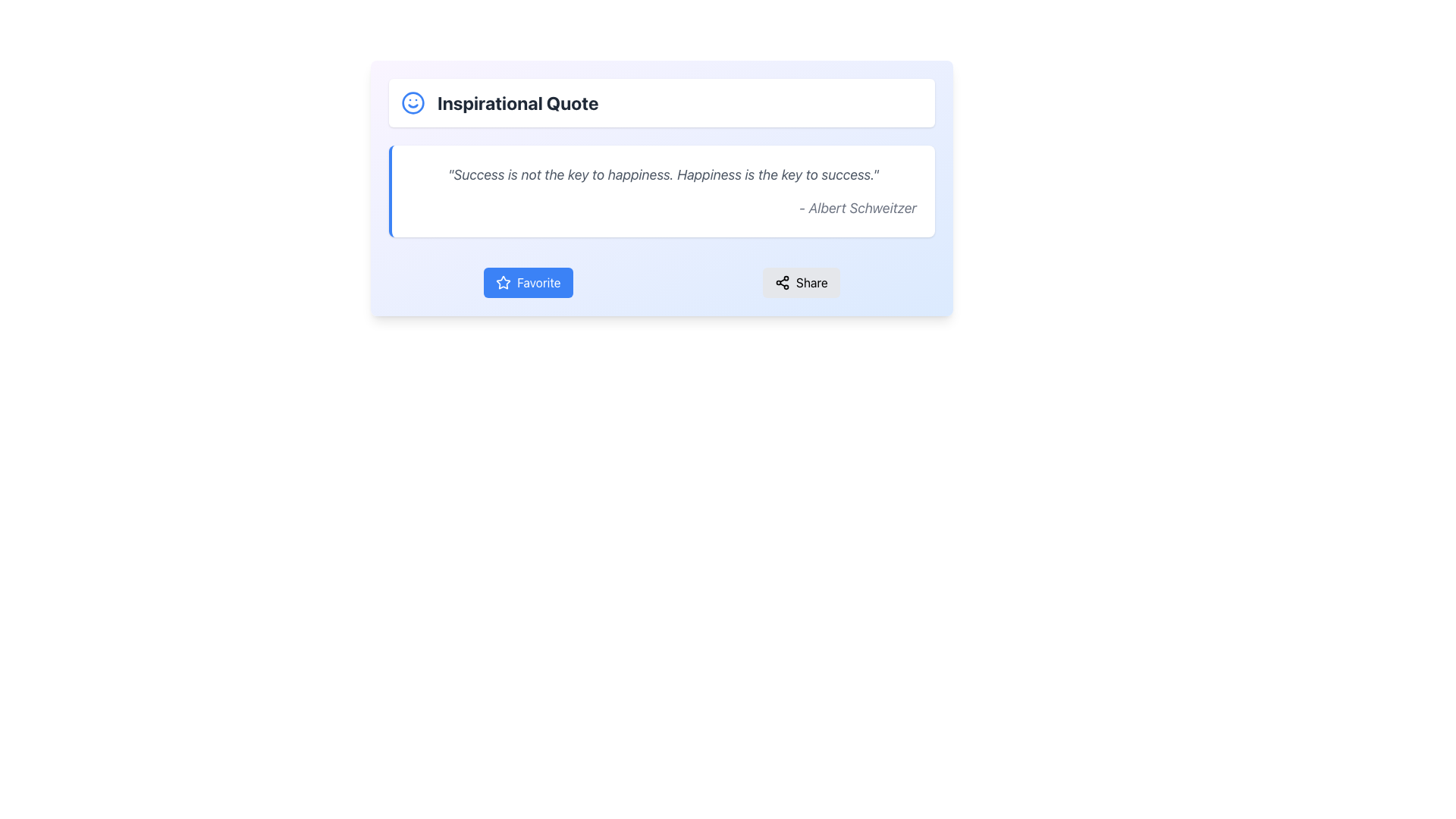 This screenshot has height=819, width=1456. Describe the element at coordinates (783, 283) in the screenshot. I see `the share icon located in the bottom-right corner of the card` at that location.